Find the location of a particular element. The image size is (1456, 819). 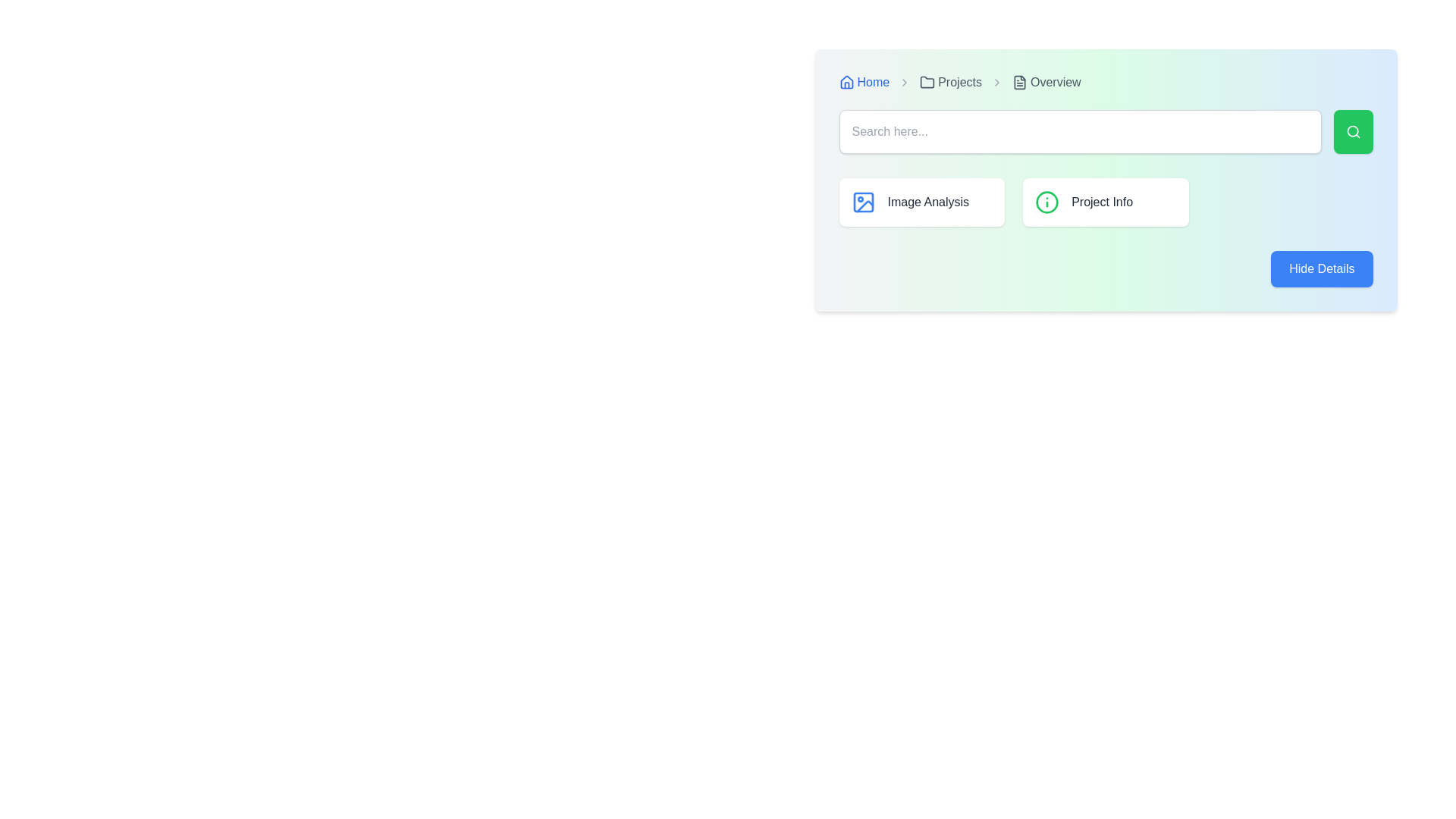

the first button-like card element in the grid layout is located at coordinates (921, 201).